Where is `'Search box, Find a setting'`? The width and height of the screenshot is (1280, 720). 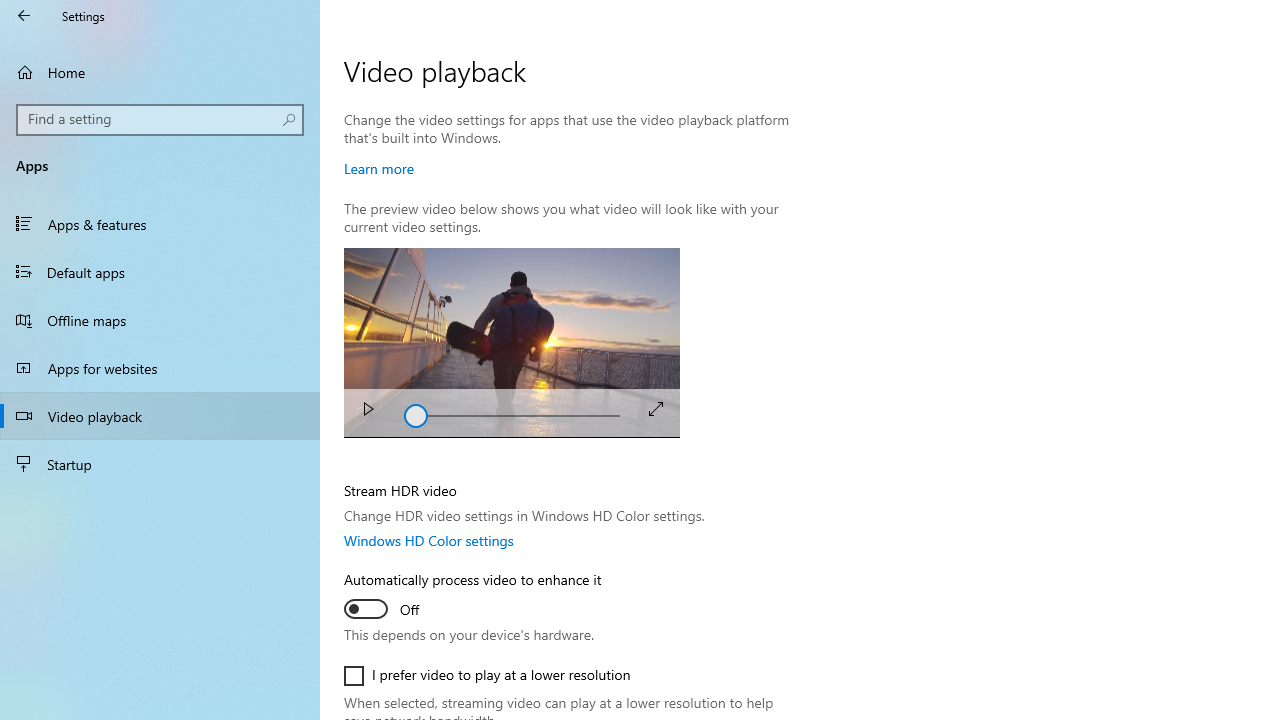 'Search box, Find a setting' is located at coordinates (160, 119).